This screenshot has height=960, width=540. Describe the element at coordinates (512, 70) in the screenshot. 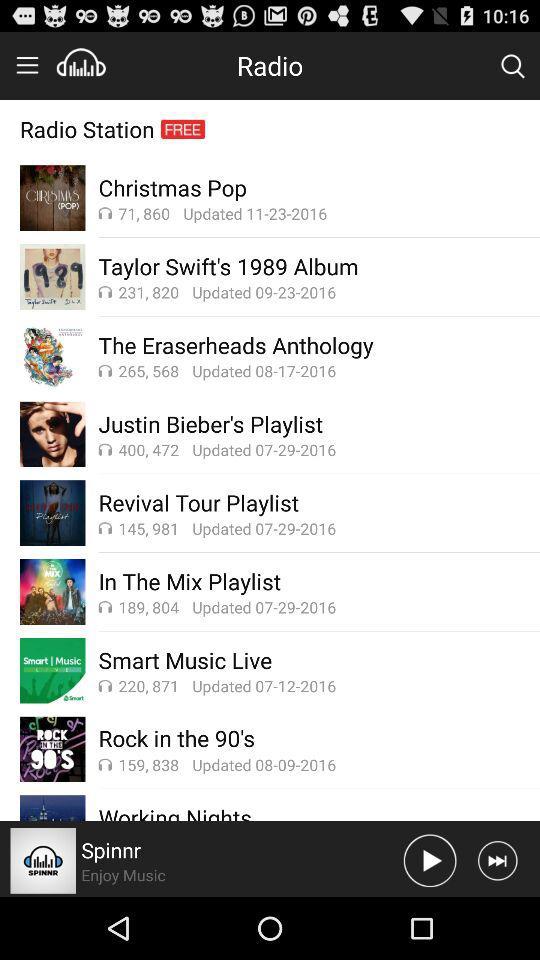

I see `the search icon` at that location.